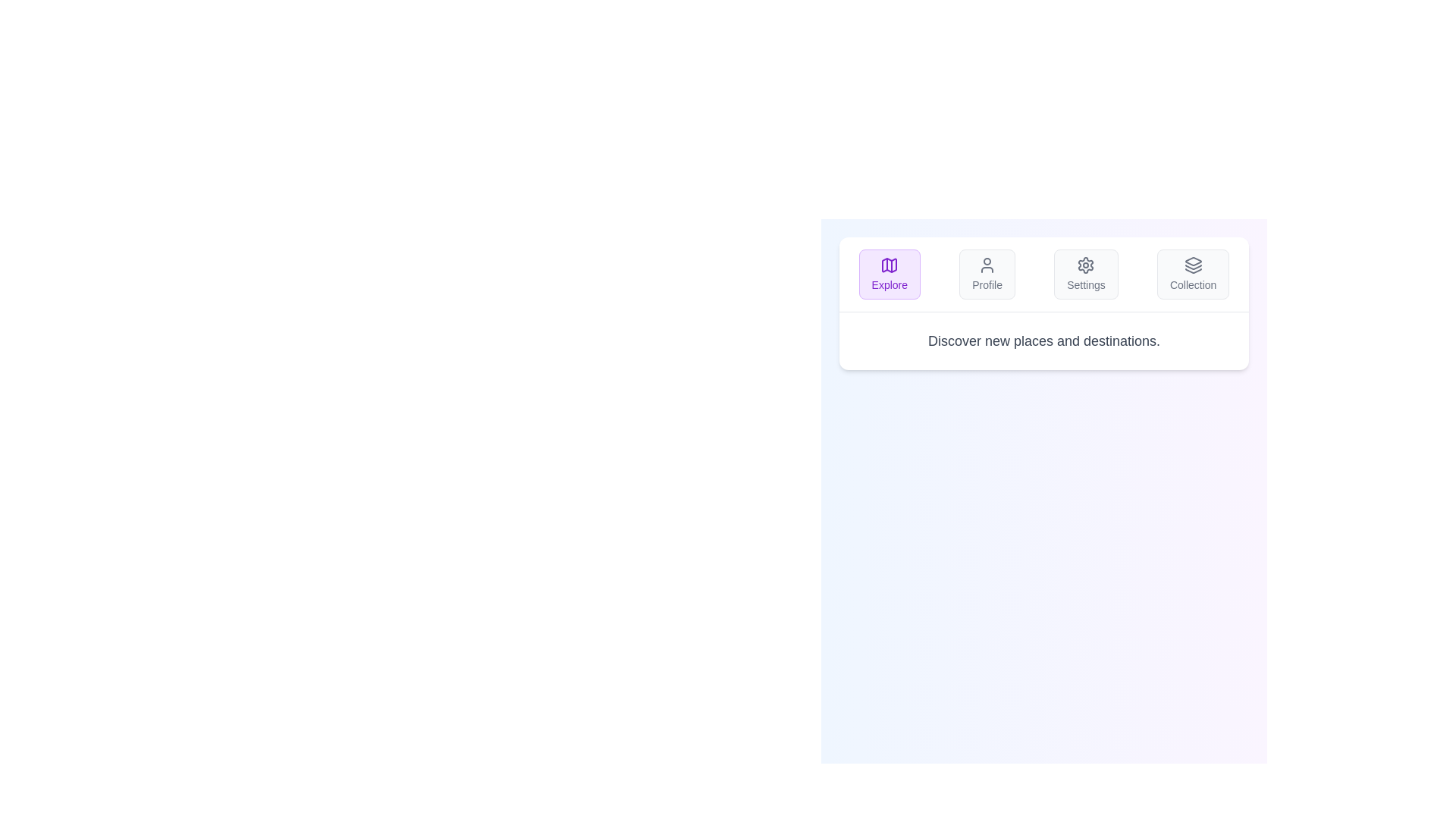  Describe the element at coordinates (890, 265) in the screenshot. I see `the 'Explore' icon located at the top-left corner of the horizontal menu, preceding the buttons labeled 'Profile,' 'Settings,' and 'Collection.'` at that location.